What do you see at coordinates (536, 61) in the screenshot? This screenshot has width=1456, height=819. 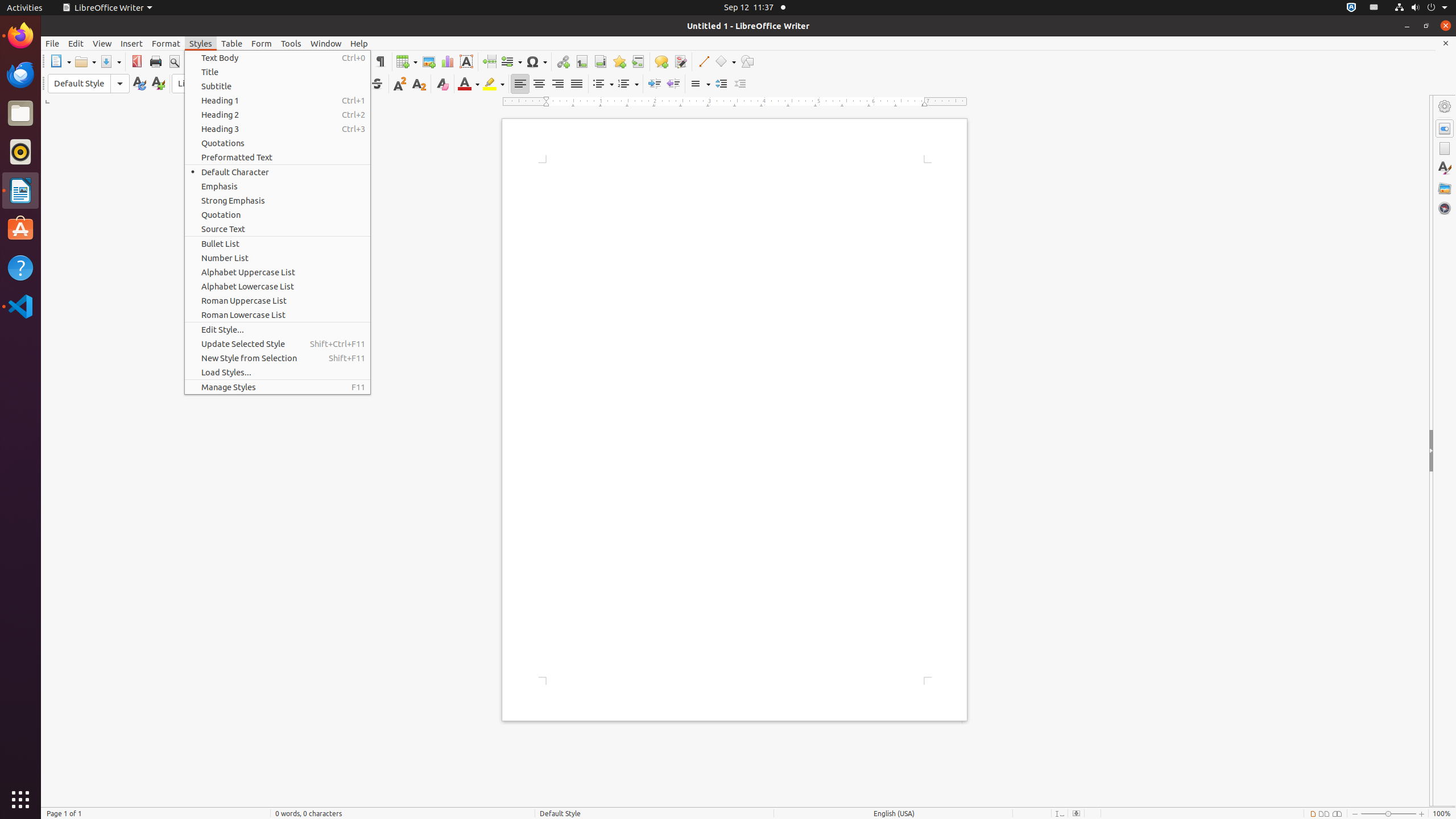 I see `'Symbol'` at bounding box center [536, 61].